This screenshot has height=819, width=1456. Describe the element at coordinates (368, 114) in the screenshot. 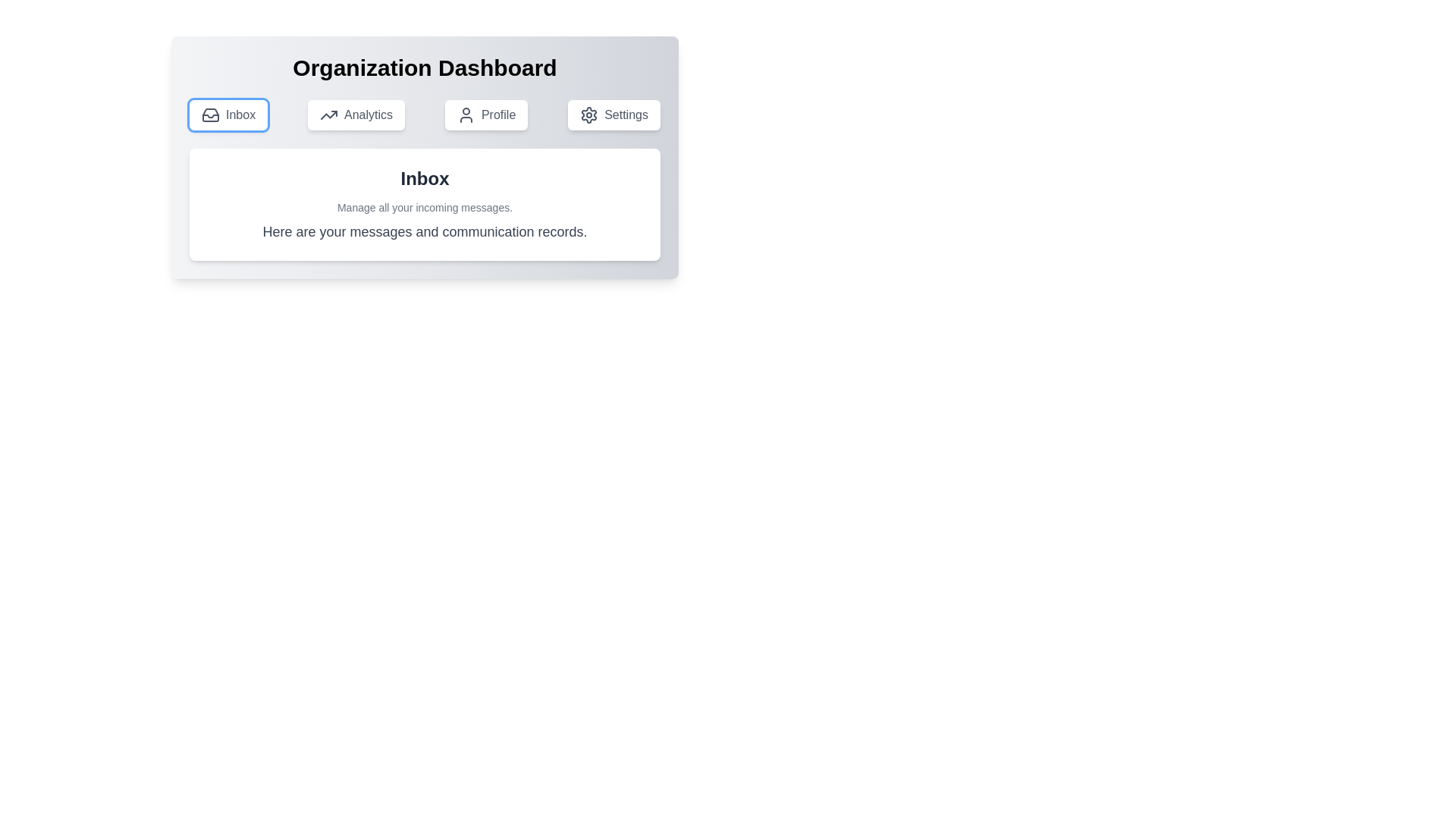

I see `the 'Analytics' text label, which is styled in a medium font size and is positioned centrally within a button-like component adjacent to similar buttons` at that location.